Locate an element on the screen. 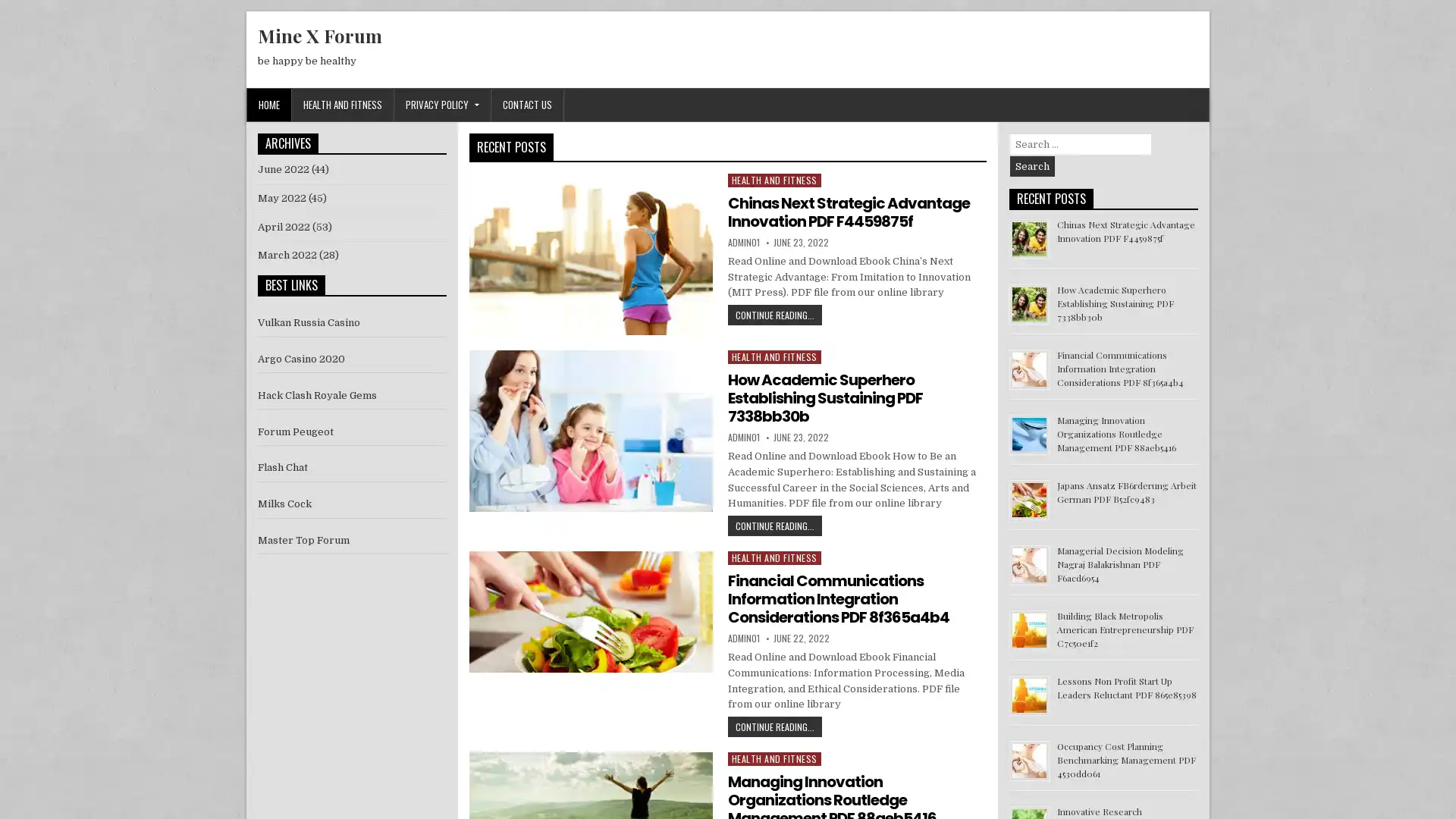 The height and width of the screenshot is (819, 1456). Search is located at coordinates (1031, 166).